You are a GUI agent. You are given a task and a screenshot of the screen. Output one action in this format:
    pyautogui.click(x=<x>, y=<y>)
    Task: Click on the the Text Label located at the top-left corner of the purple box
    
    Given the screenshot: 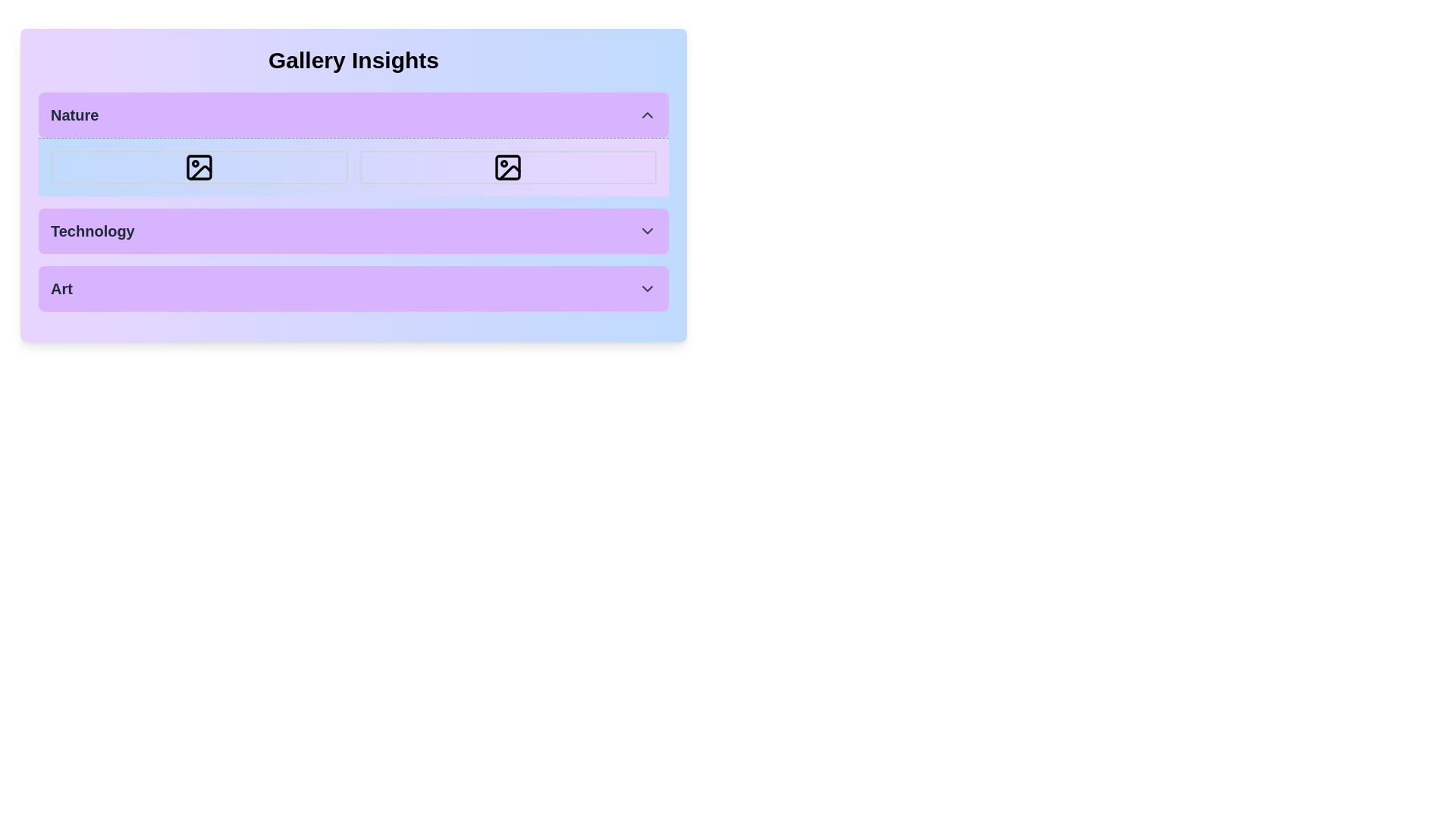 What is the action you would take?
    pyautogui.click(x=74, y=114)
    